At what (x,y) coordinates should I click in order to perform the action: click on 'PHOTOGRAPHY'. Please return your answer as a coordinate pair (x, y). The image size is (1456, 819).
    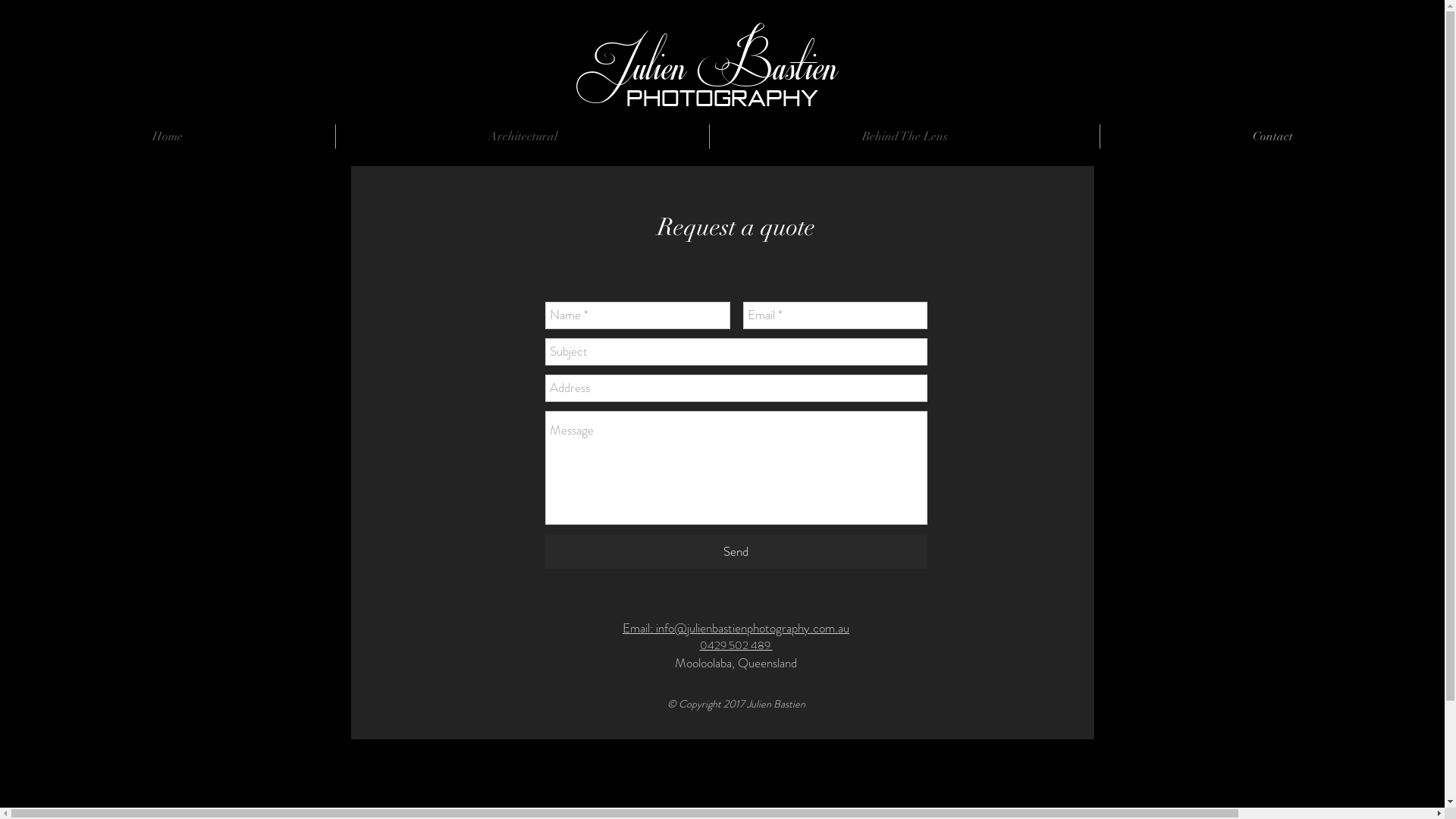
    Looking at the image, I should click on (721, 98).